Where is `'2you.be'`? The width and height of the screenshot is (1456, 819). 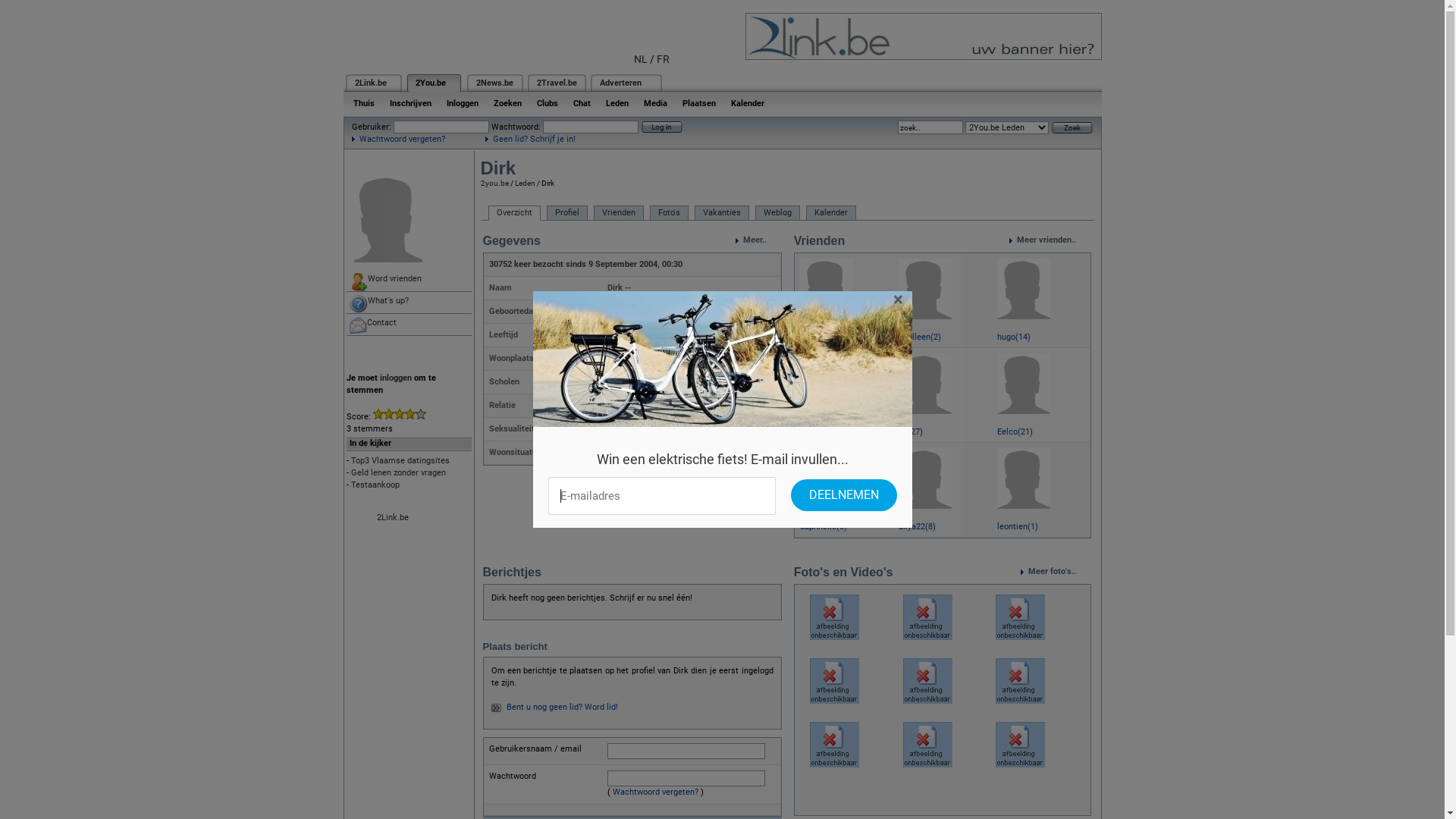
'2you.be' is located at coordinates (494, 182).